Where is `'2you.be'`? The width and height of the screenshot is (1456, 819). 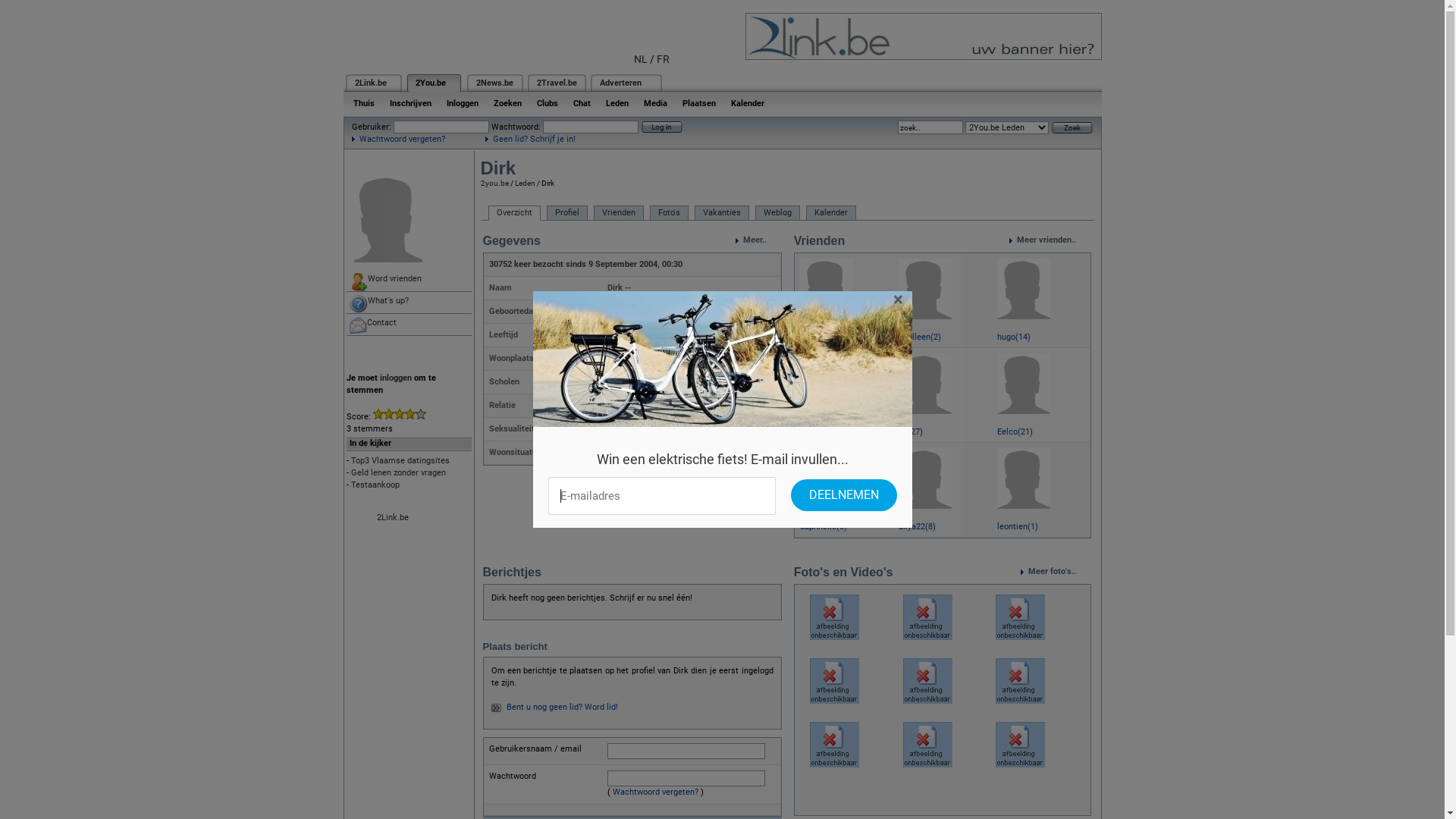
'2you.be' is located at coordinates (494, 182).